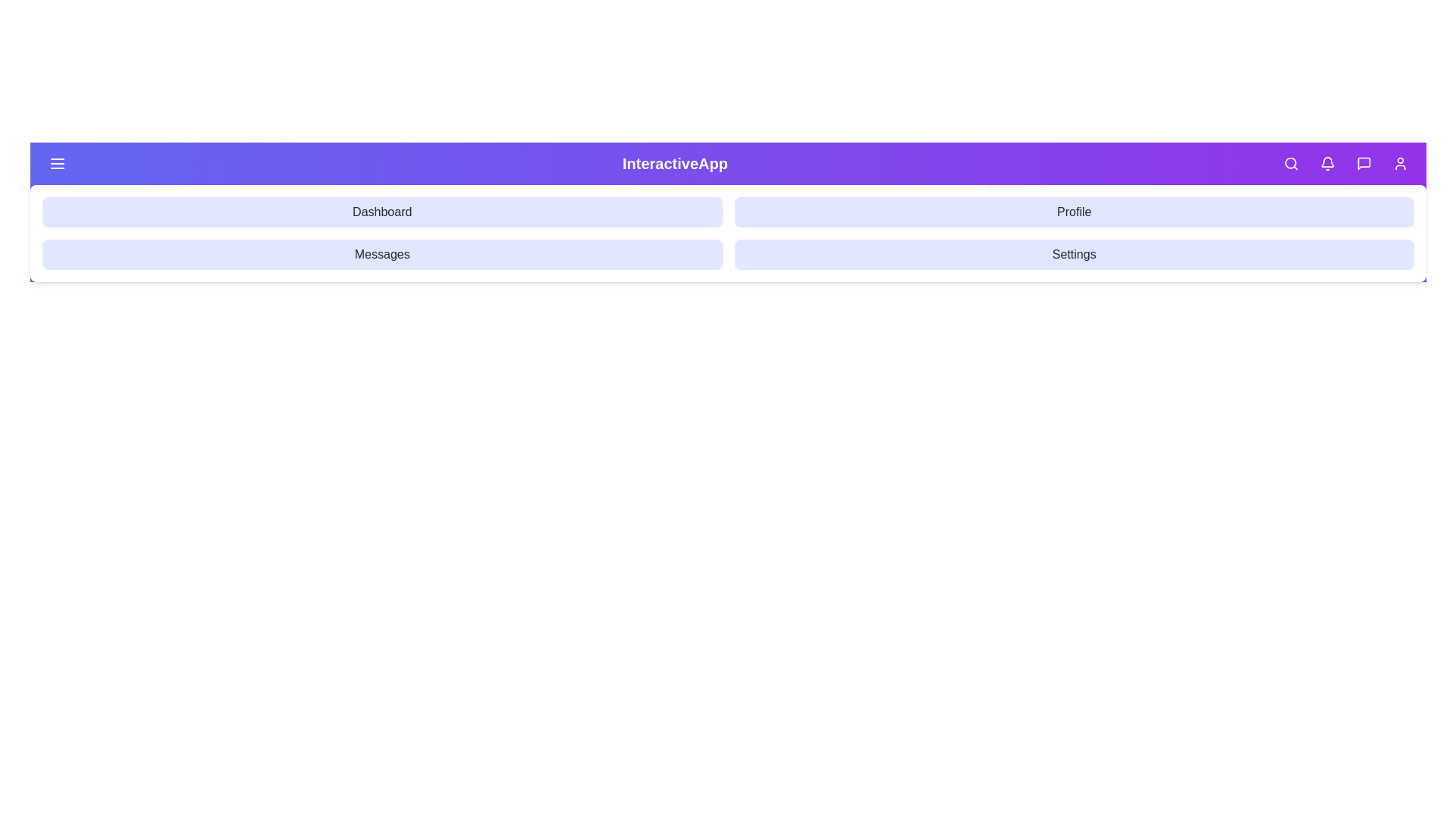 This screenshot has height=819, width=1456. Describe the element at coordinates (382, 253) in the screenshot. I see `the navigation option Messages to navigate to the corresponding section` at that location.